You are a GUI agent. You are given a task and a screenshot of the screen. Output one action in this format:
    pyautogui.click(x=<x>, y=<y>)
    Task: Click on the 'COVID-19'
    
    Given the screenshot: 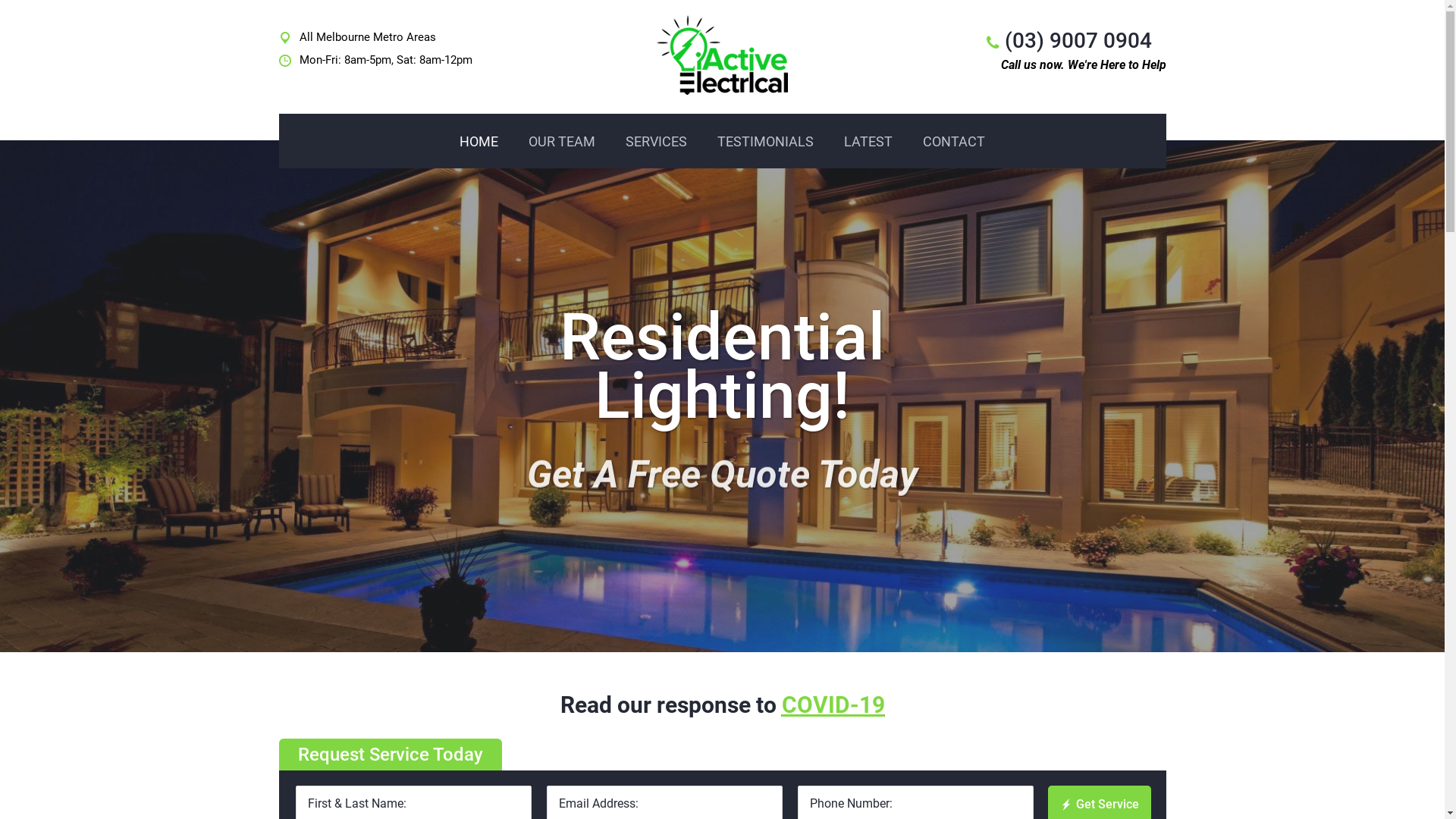 What is the action you would take?
    pyautogui.click(x=832, y=704)
    